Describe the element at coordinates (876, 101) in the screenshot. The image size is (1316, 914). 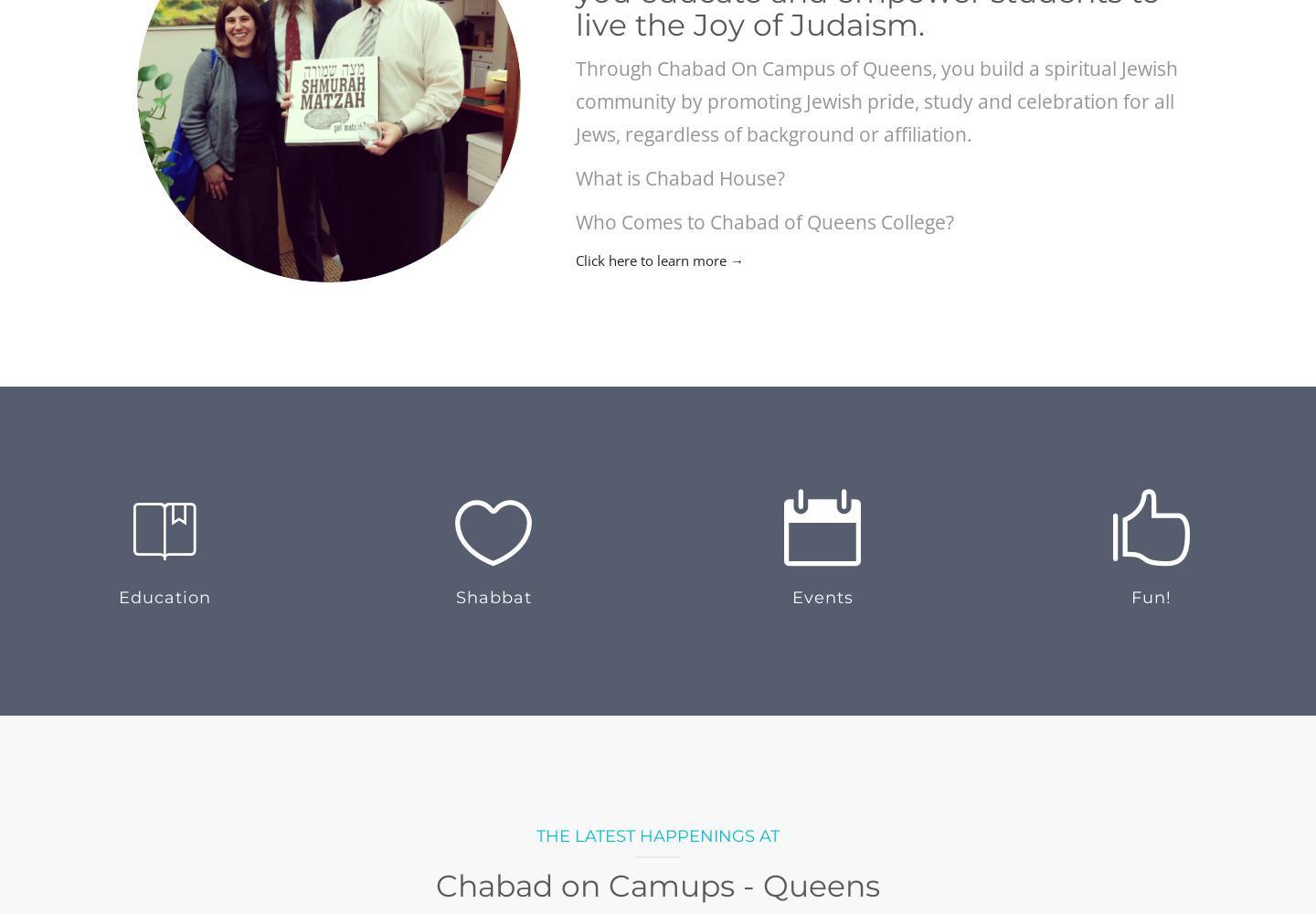
I see `'Through Chabad On Campus of Queens, you build a spiritual Jewish community by promoting Jewish pride, study and celebration for all Jews, regardless of background or affiliation.'` at that location.